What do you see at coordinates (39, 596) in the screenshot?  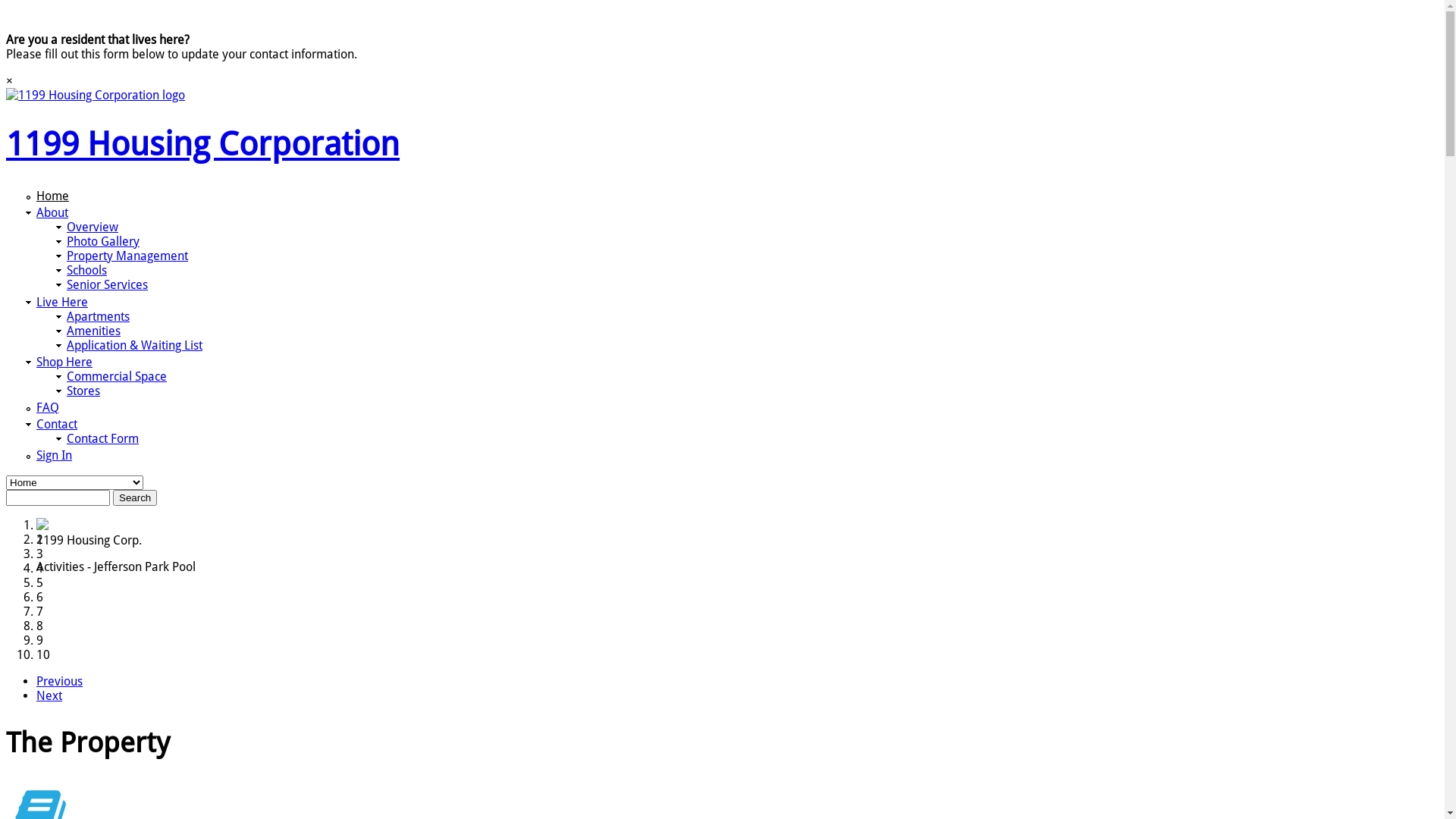 I see `'6'` at bounding box center [39, 596].